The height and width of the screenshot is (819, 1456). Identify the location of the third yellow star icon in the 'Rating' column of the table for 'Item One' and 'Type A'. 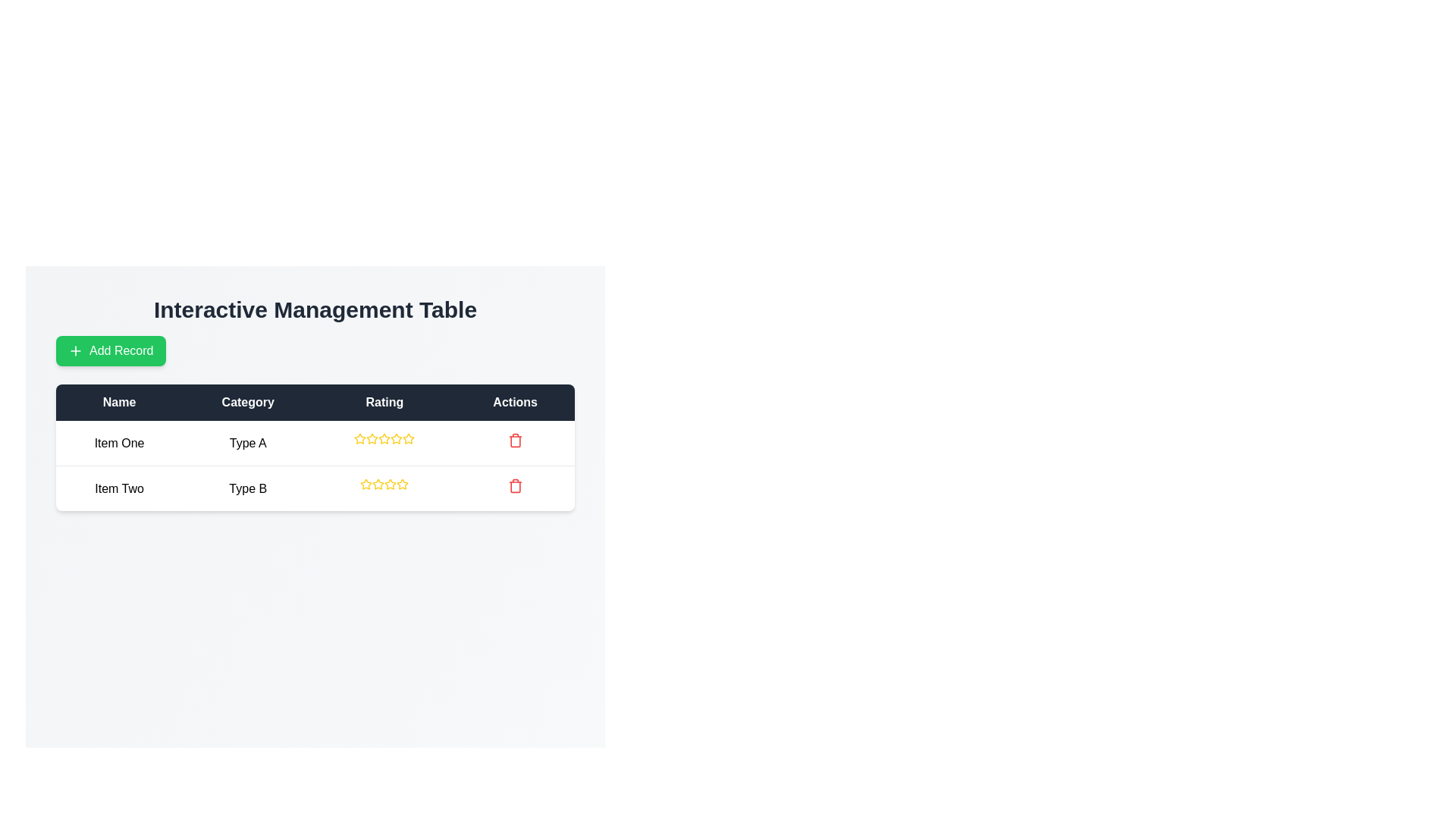
(384, 438).